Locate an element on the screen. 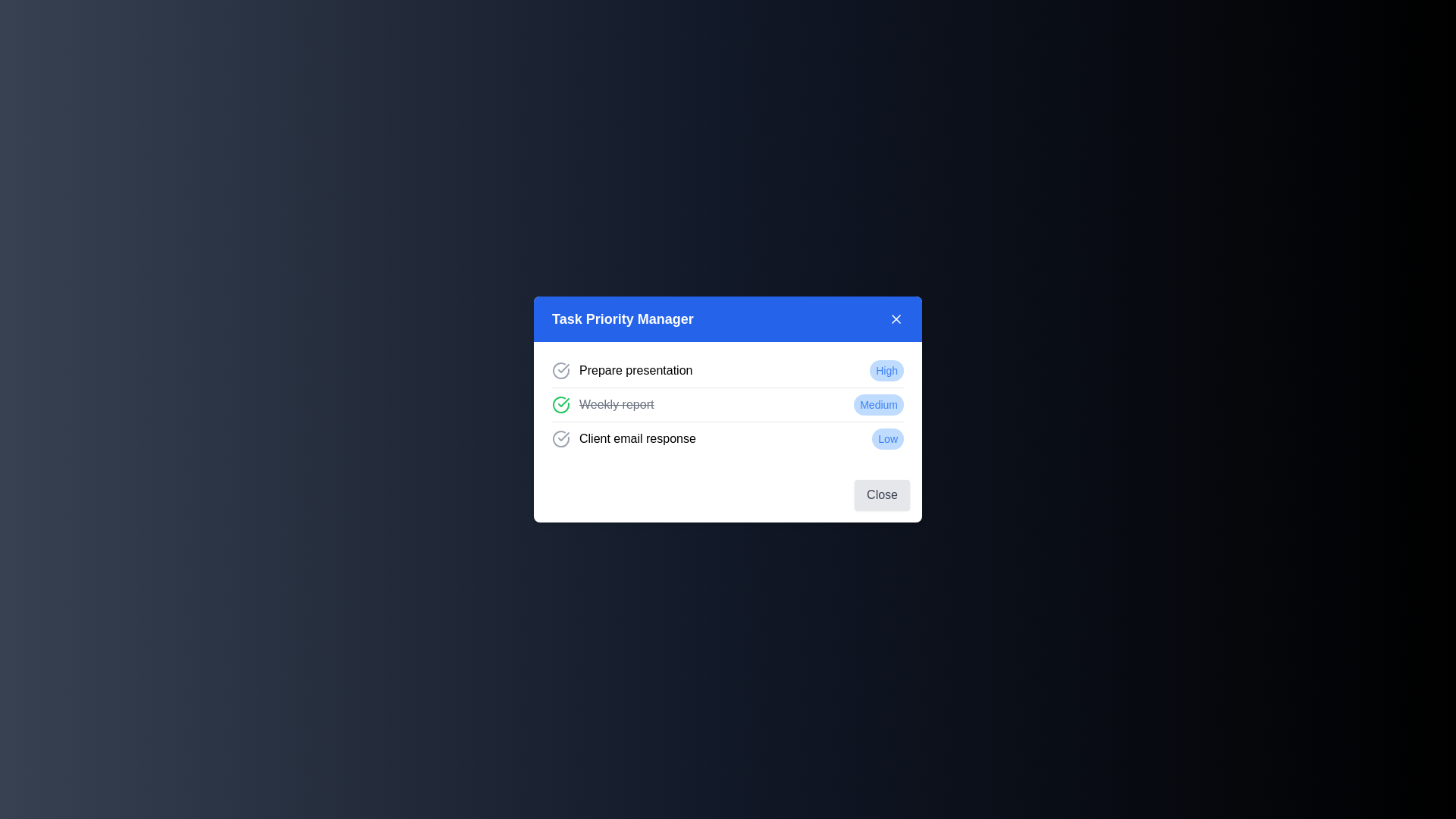 The height and width of the screenshot is (819, 1456). the text label displaying 'Prepare presentation' is located at coordinates (635, 371).